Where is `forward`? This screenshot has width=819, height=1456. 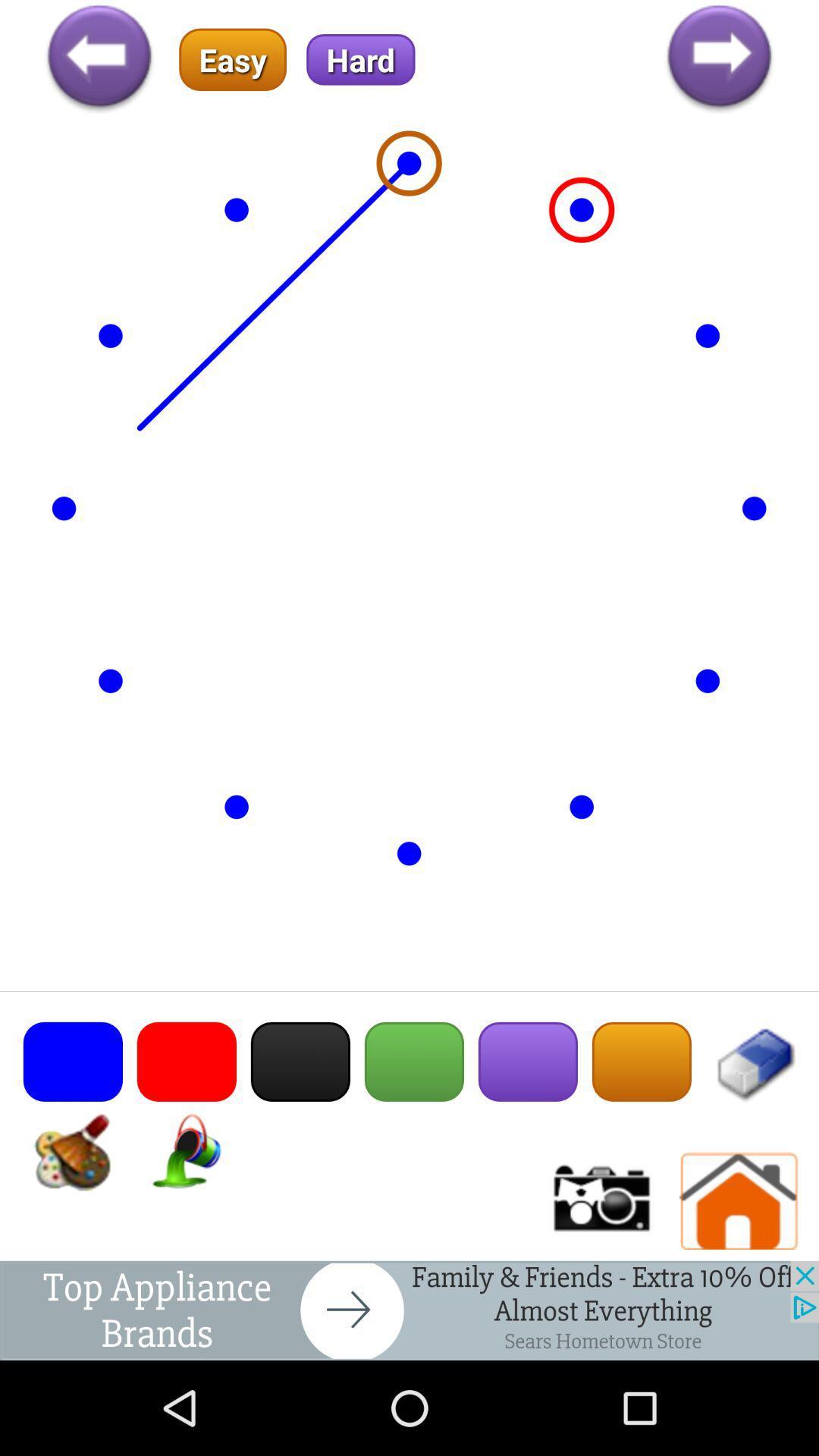
forward is located at coordinates (718, 59).